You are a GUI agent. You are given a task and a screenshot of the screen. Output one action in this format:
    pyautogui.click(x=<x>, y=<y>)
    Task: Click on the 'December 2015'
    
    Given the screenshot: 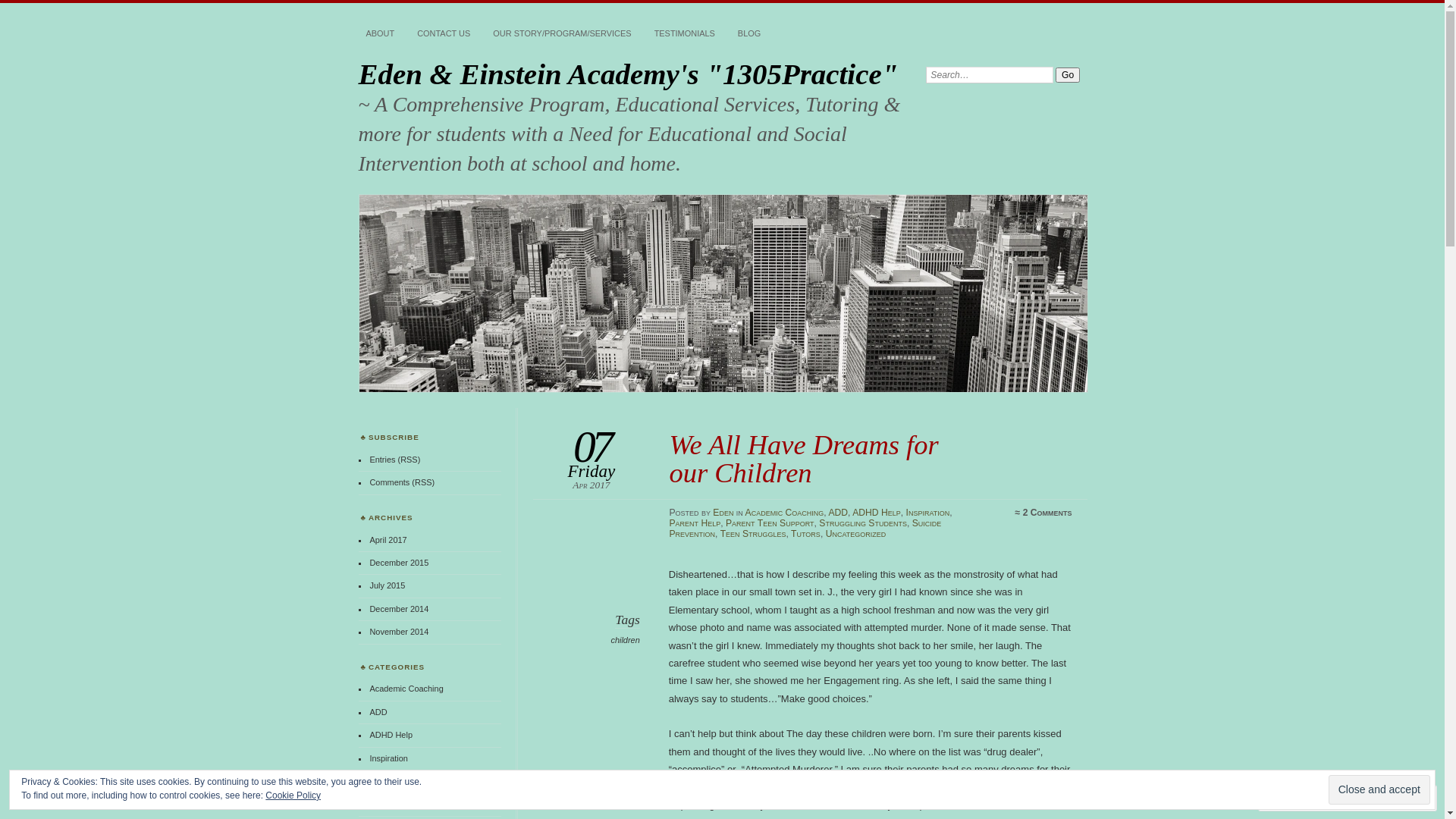 What is the action you would take?
    pyautogui.click(x=399, y=562)
    